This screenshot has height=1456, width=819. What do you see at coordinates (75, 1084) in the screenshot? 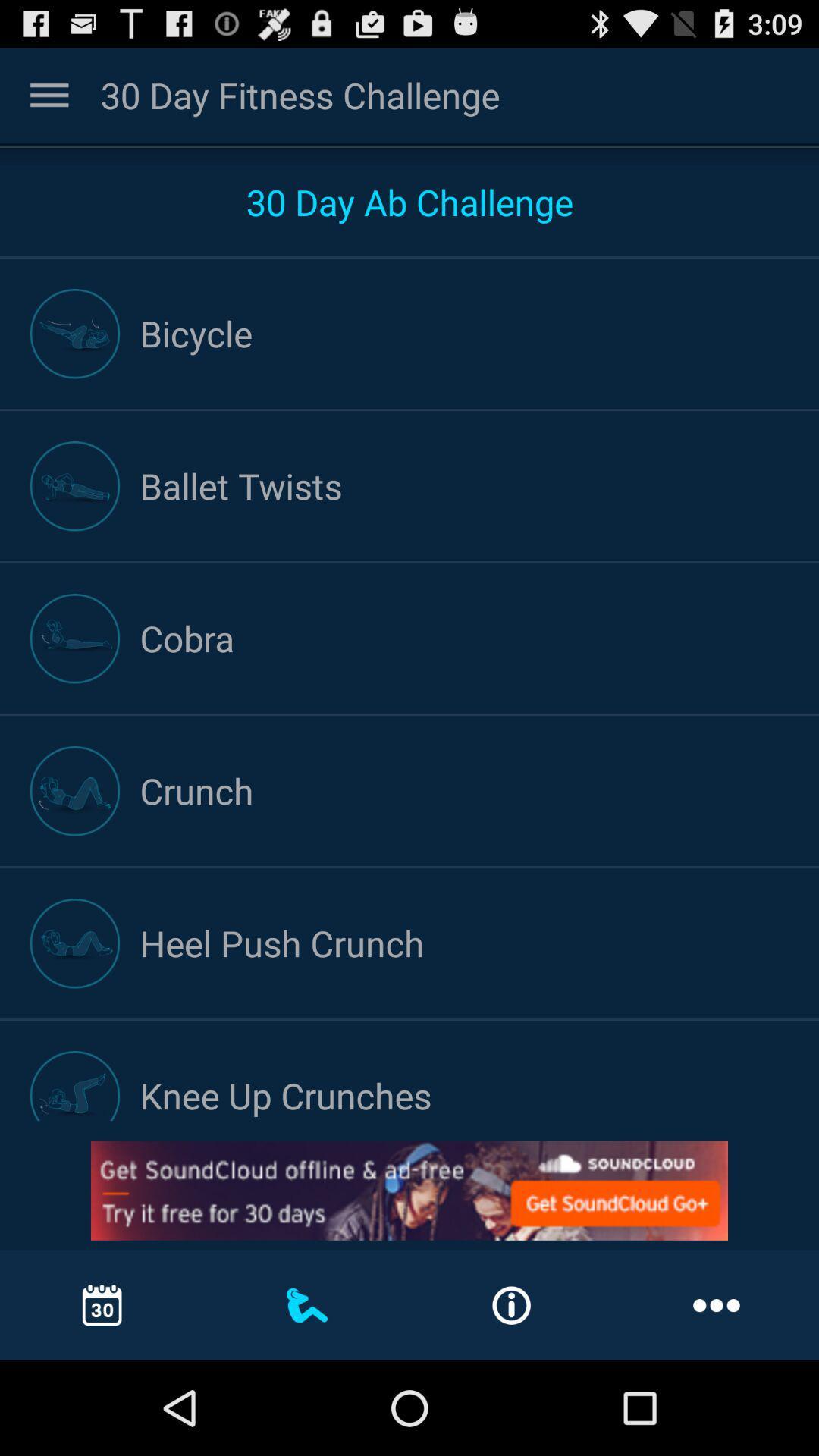
I see `the icon which is left side to the text knee up crunches` at bounding box center [75, 1084].